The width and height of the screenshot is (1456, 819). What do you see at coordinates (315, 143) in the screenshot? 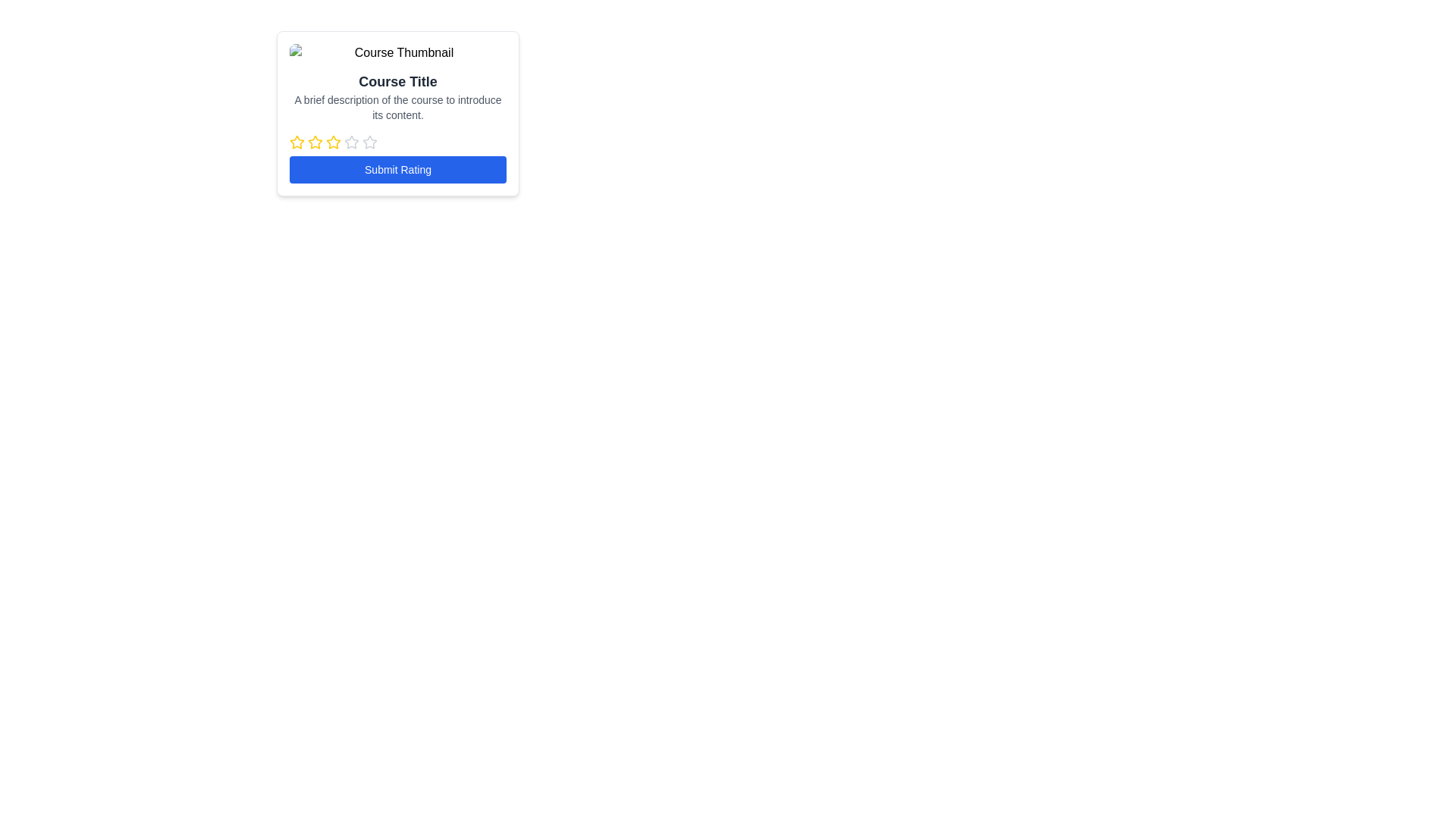
I see `the third yellow rating star icon` at bounding box center [315, 143].